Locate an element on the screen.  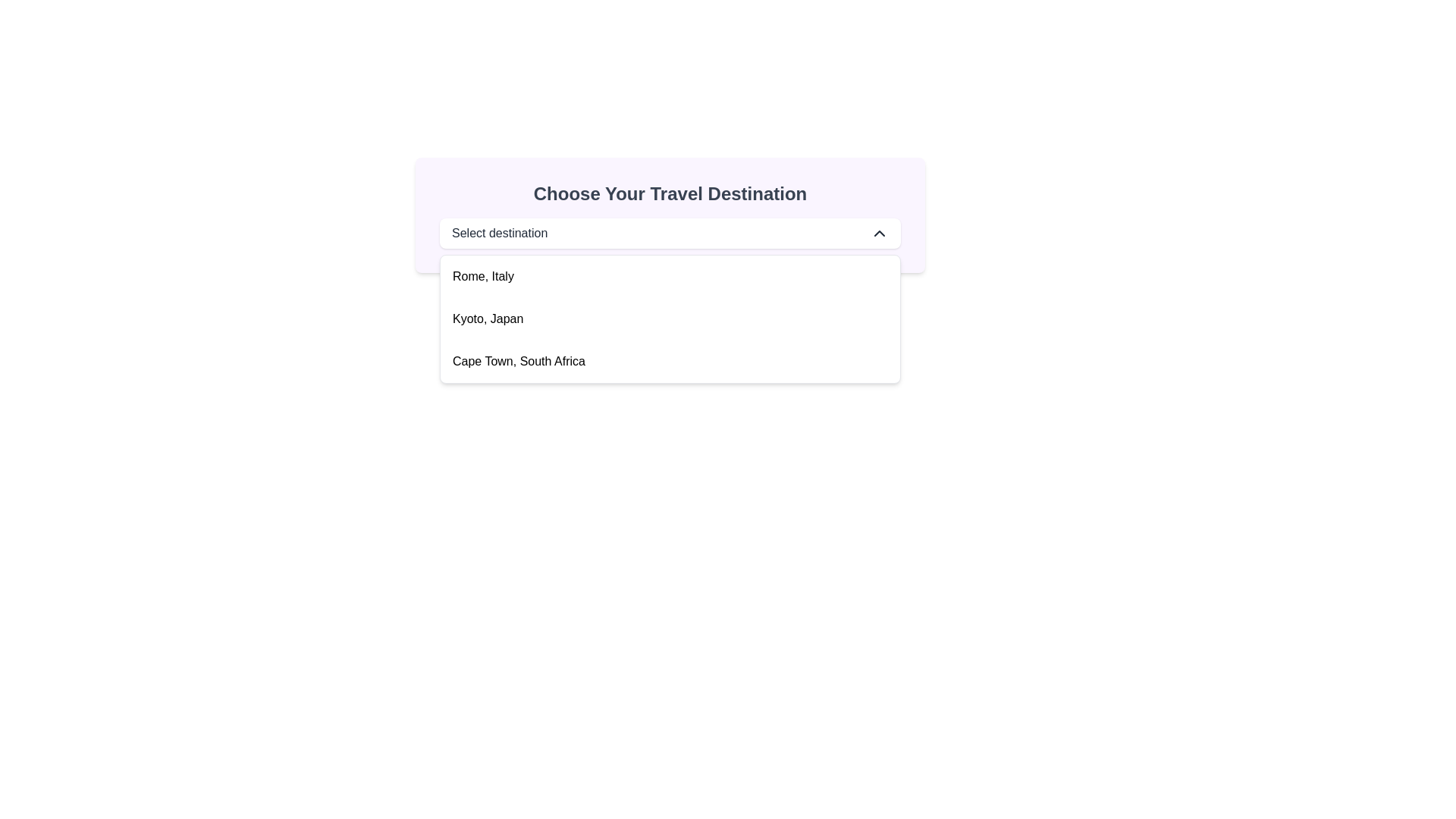
the dropdown menu option displaying 'Cape Town, South Africa' is located at coordinates (519, 362).